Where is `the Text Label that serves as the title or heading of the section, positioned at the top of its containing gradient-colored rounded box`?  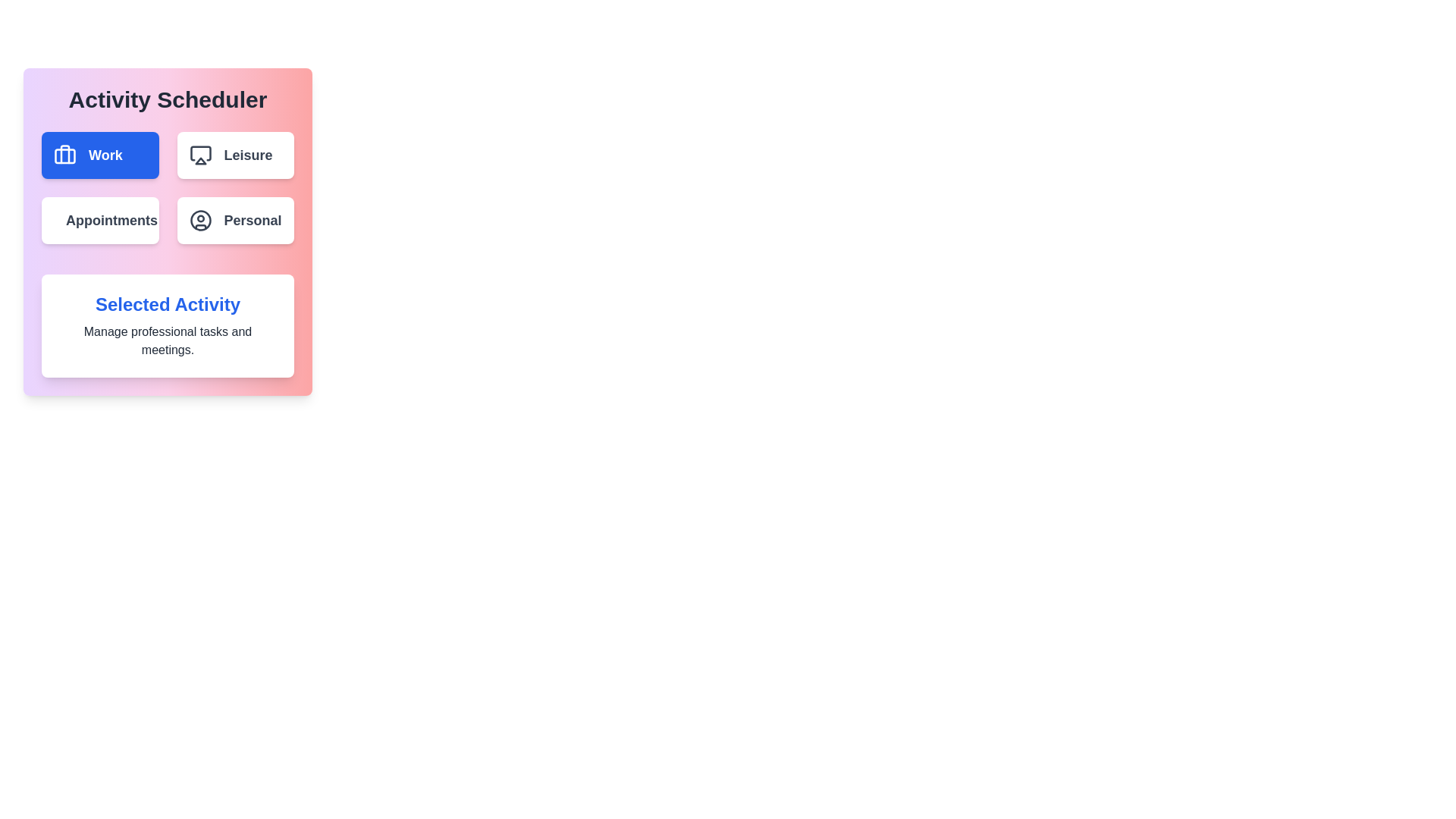
the Text Label that serves as the title or heading of the section, positioned at the top of its containing gradient-colored rounded box is located at coordinates (168, 99).